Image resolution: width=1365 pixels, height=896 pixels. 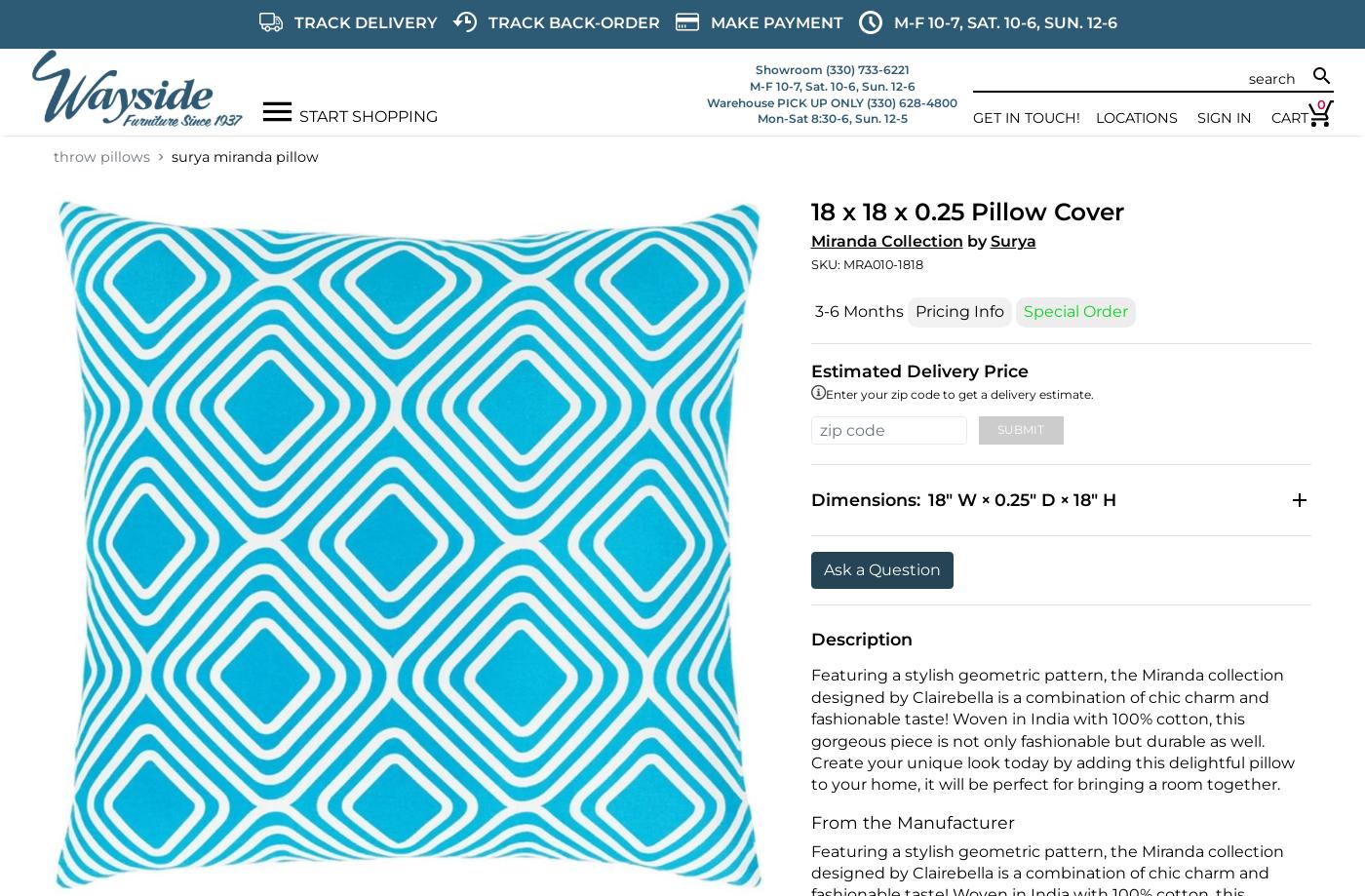 What do you see at coordinates (1021, 428) in the screenshot?
I see `'Submit'` at bounding box center [1021, 428].